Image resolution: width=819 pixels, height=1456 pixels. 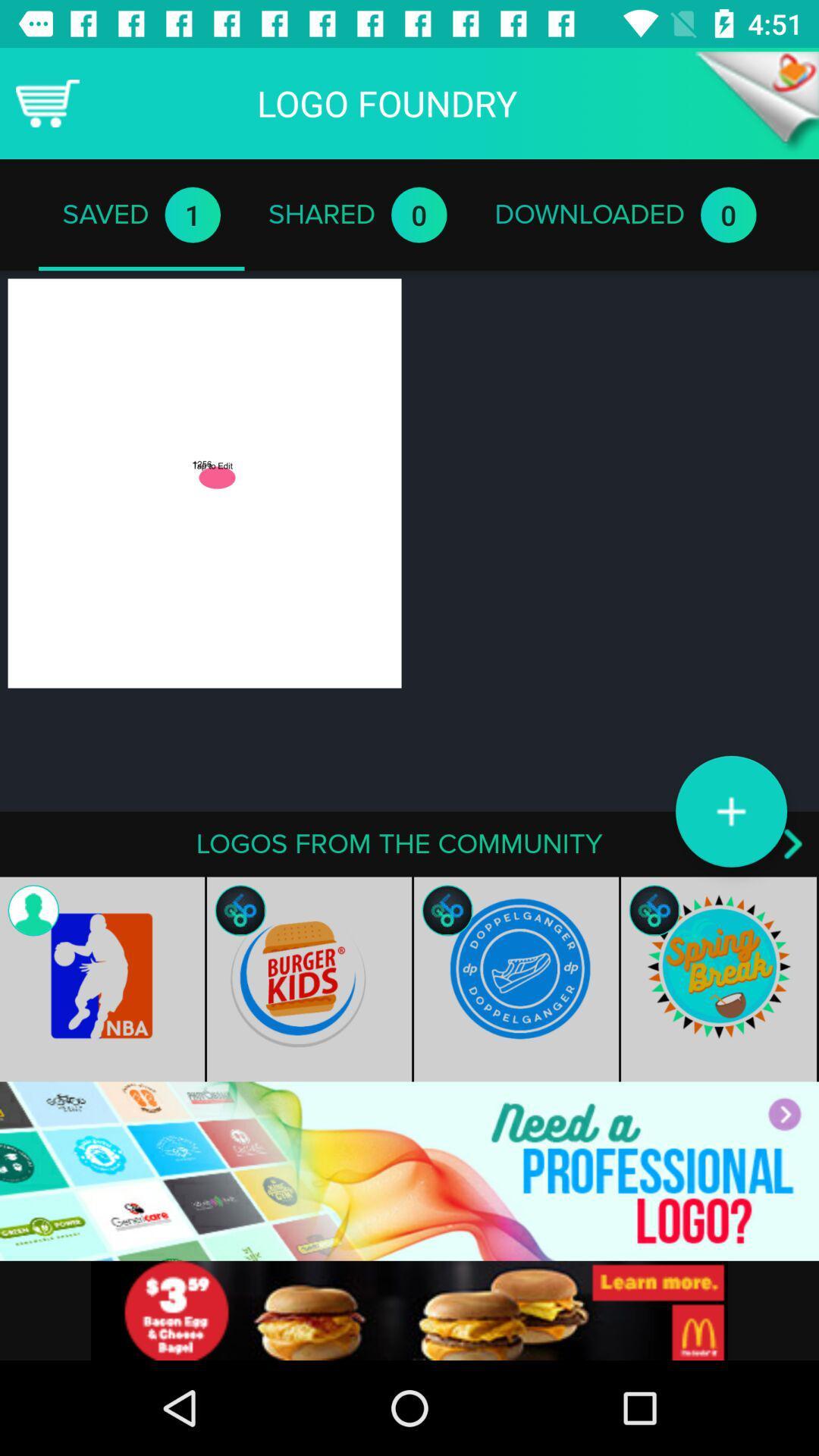 What do you see at coordinates (719, 979) in the screenshot?
I see `slect the image below the add button` at bounding box center [719, 979].